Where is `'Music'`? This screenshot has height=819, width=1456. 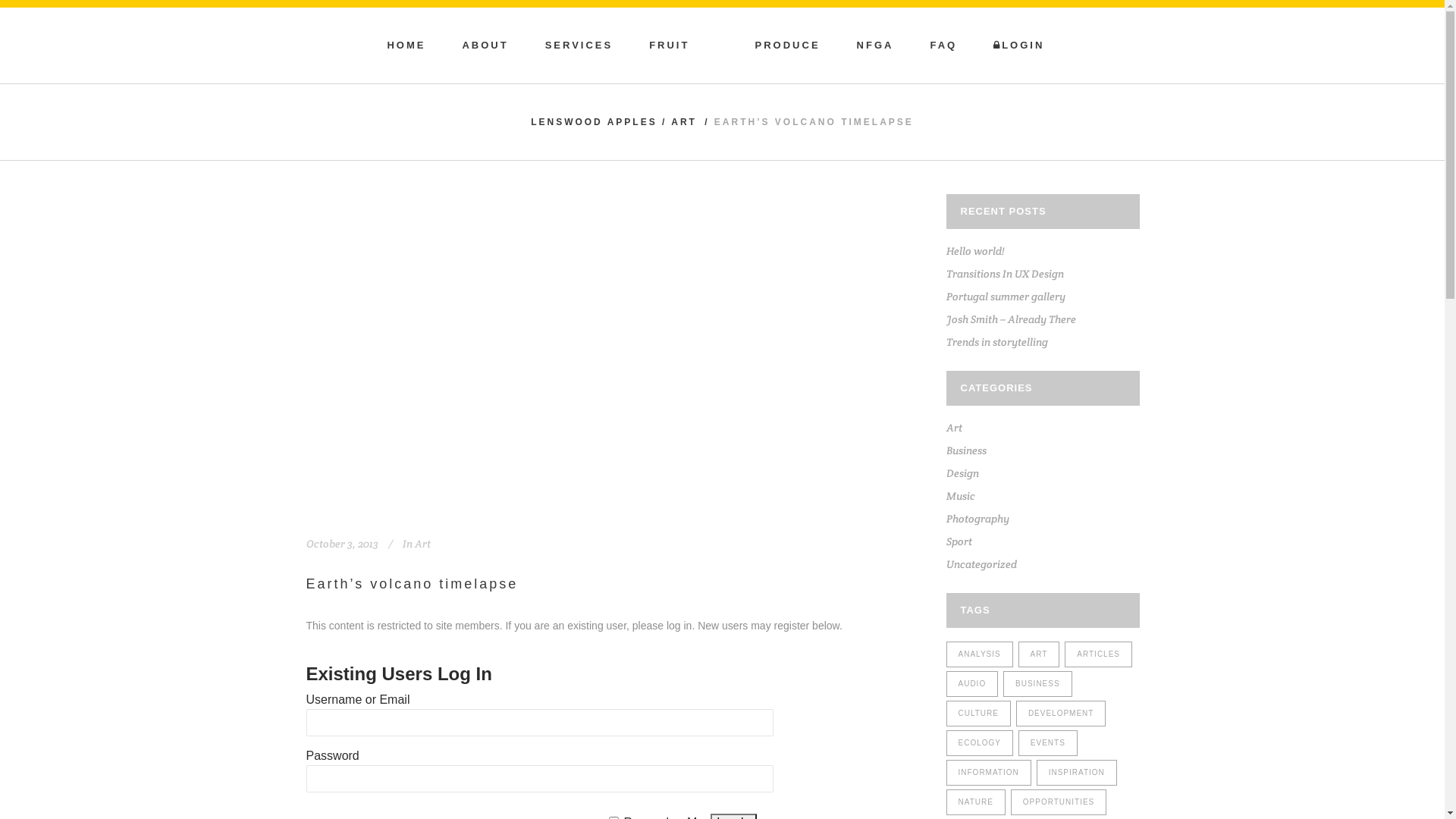 'Music' is located at coordinates (960, 496).